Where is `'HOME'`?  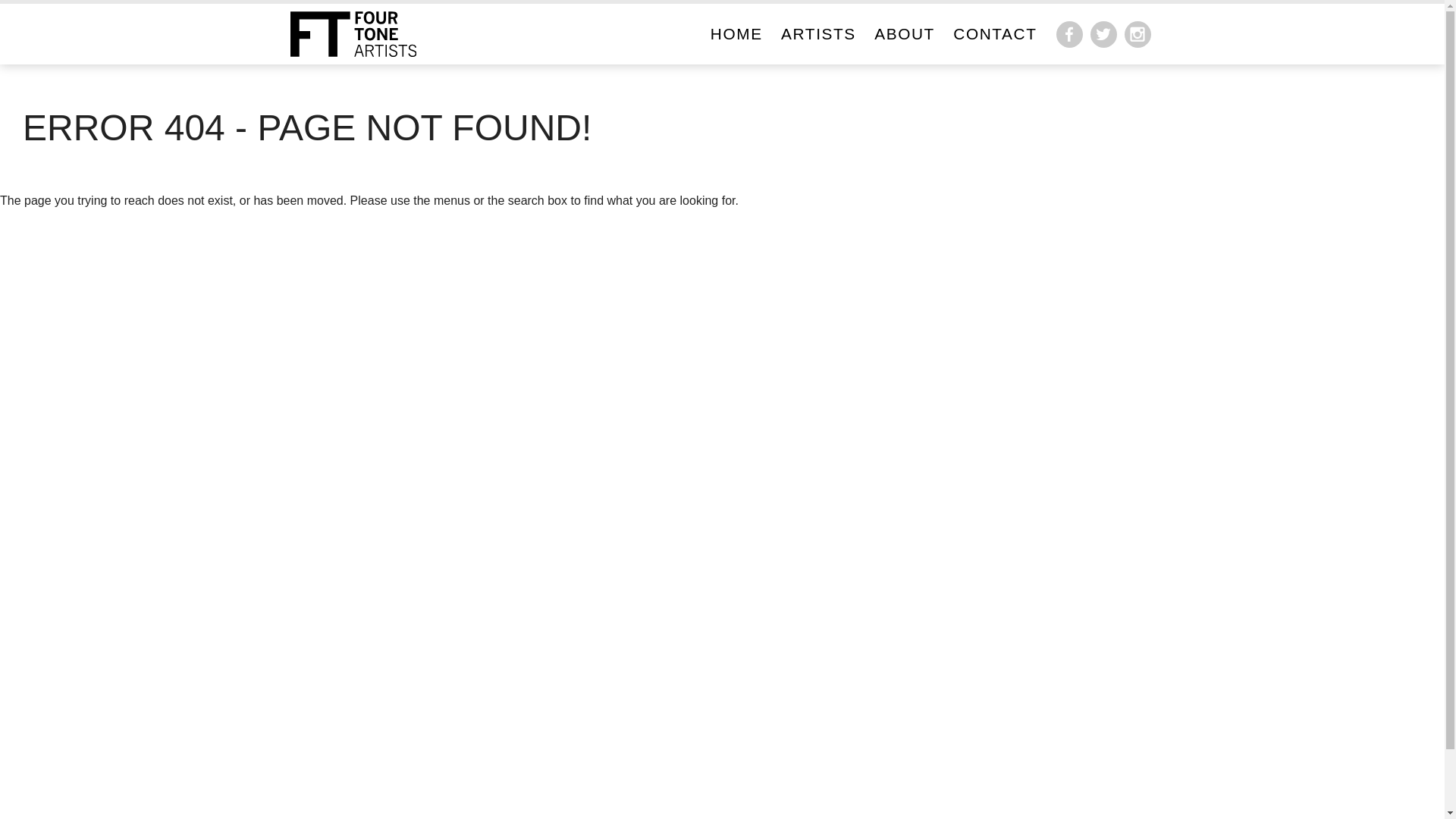
'HOME' is located at coordinates (736, 33).